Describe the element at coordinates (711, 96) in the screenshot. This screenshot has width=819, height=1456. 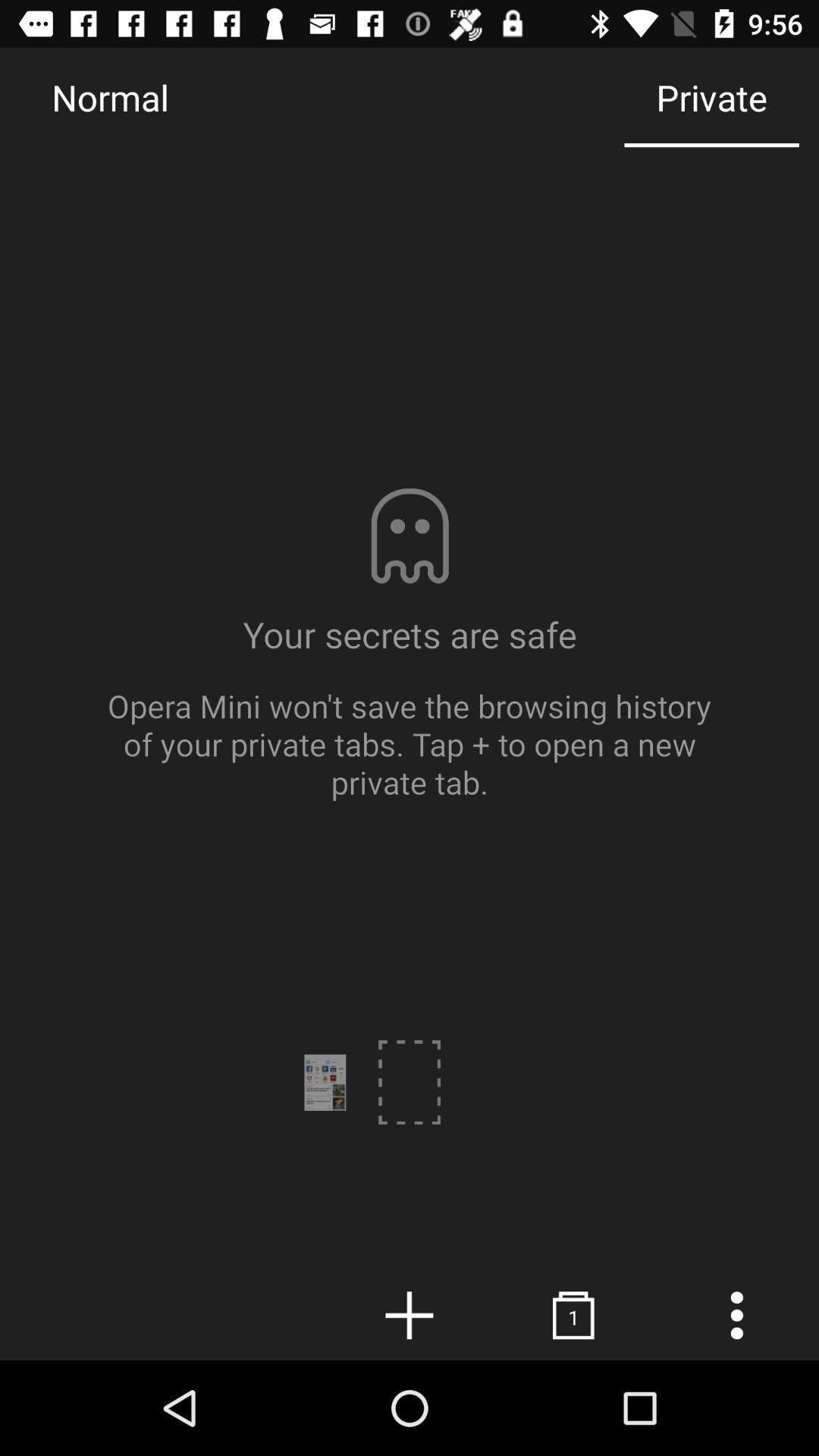
I see `the item at the top right corner` at that location.